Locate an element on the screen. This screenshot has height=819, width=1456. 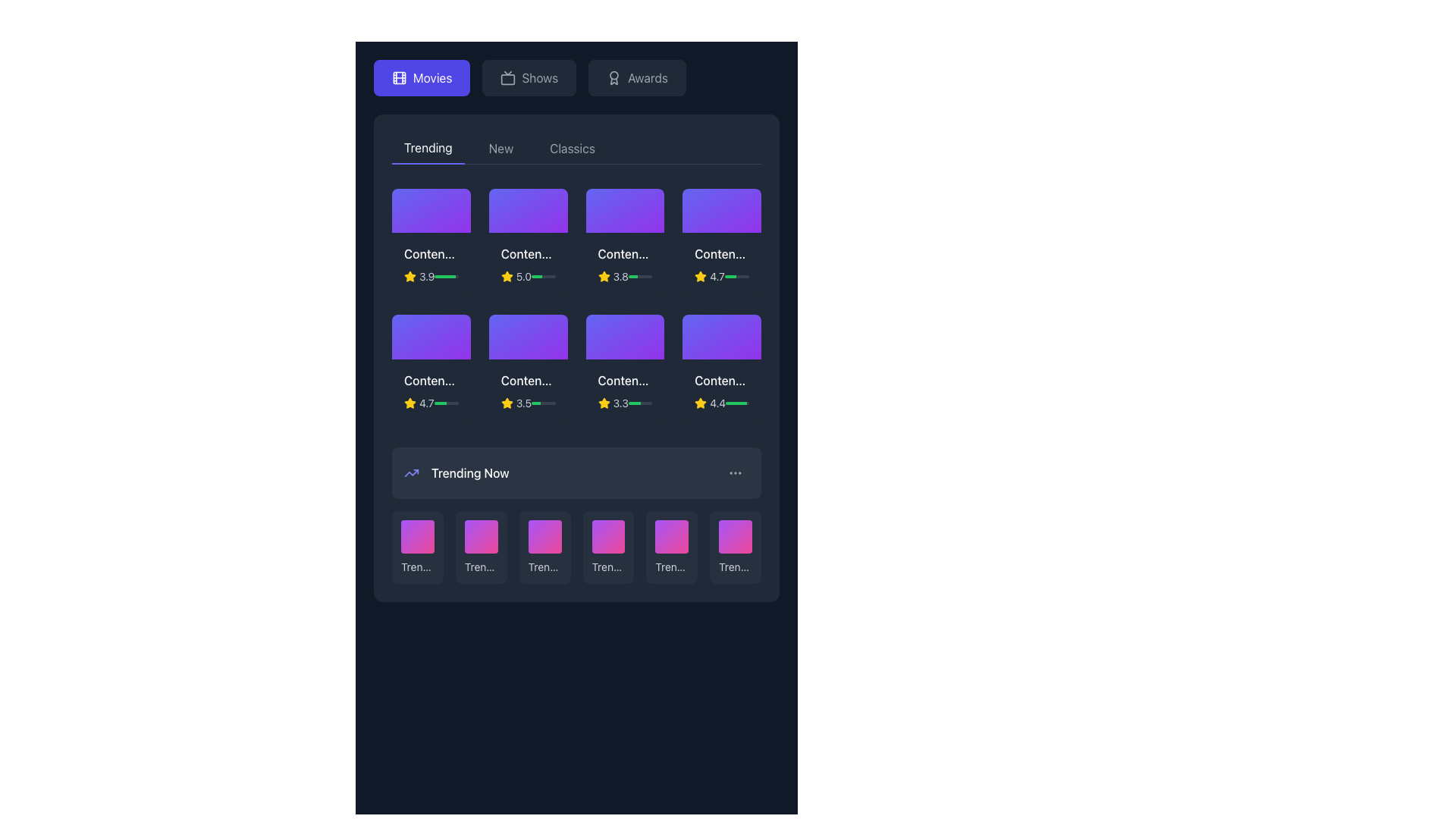
displayed content of the text label showing 'Content Title 8' located in the bottom-right corner of the grid under the 'Trending' section is located at coordinates (721, 379).